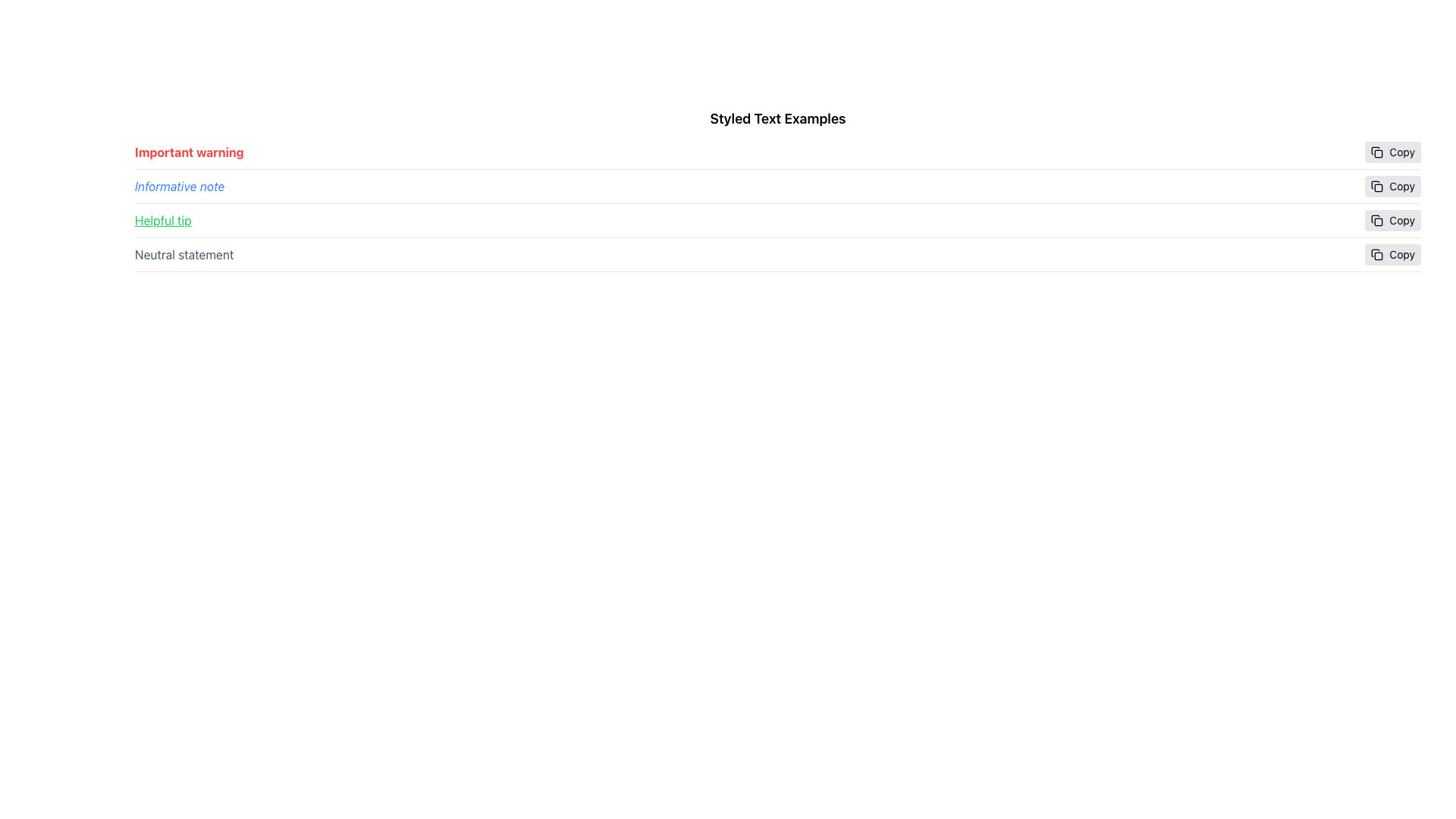 Image resolution: width=1456 pixels, height=819 pixels. I want to click on the static text element displaying 'Informative note' in italic blue font, located between 'Important warning' and 'Helpful tip', so click(180, 186).